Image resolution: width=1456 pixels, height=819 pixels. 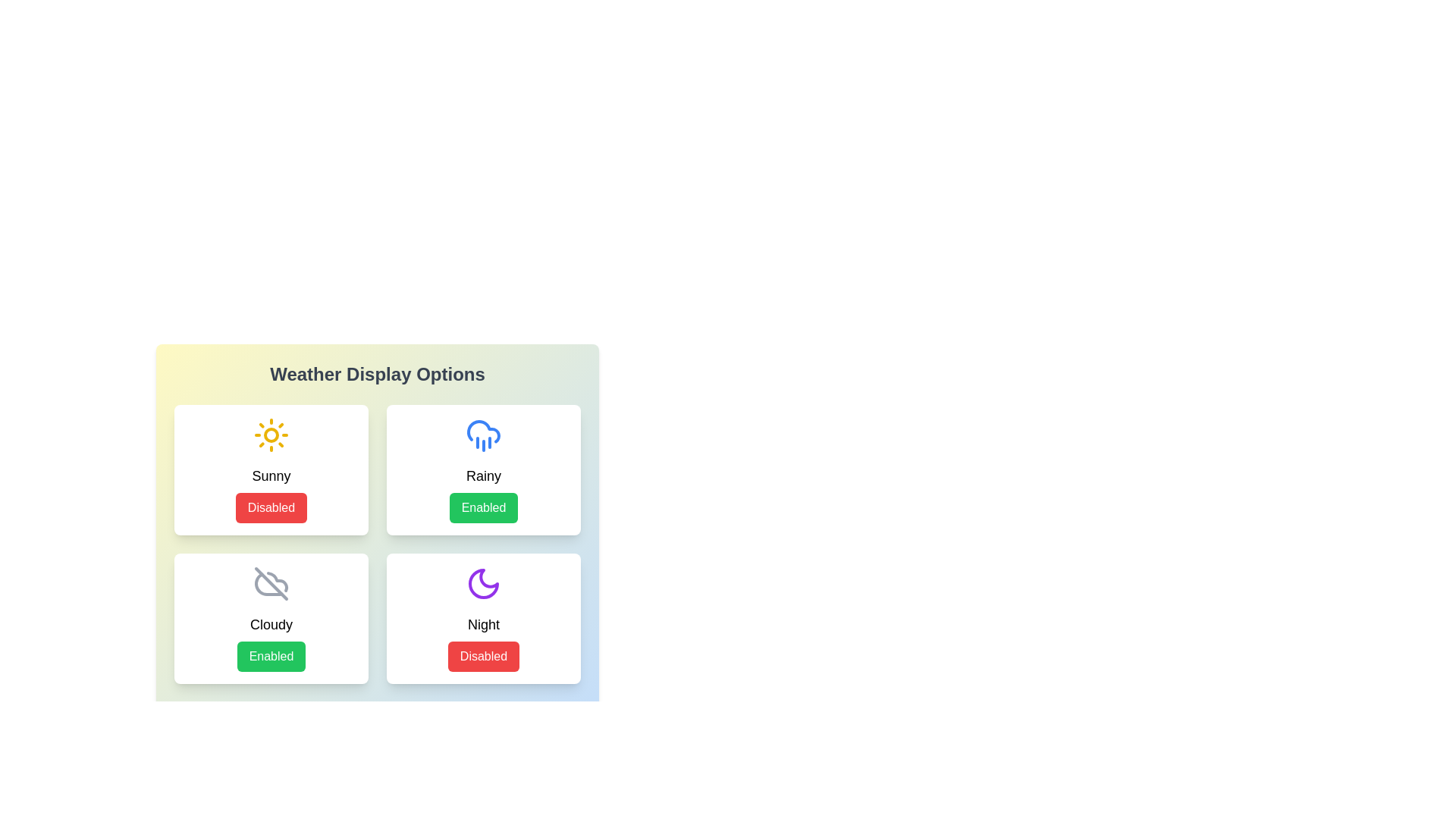 What do you see at coordinates (271, 469) in the screenshot?
I see `the weather option sunny` at bounding box center [271, 469].